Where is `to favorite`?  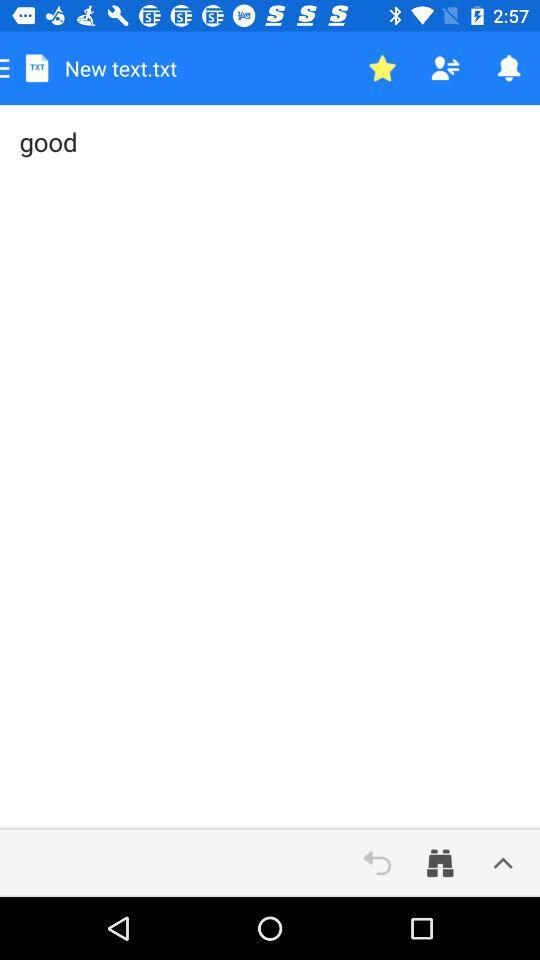
to favorite is located at coordinates (382, 68).